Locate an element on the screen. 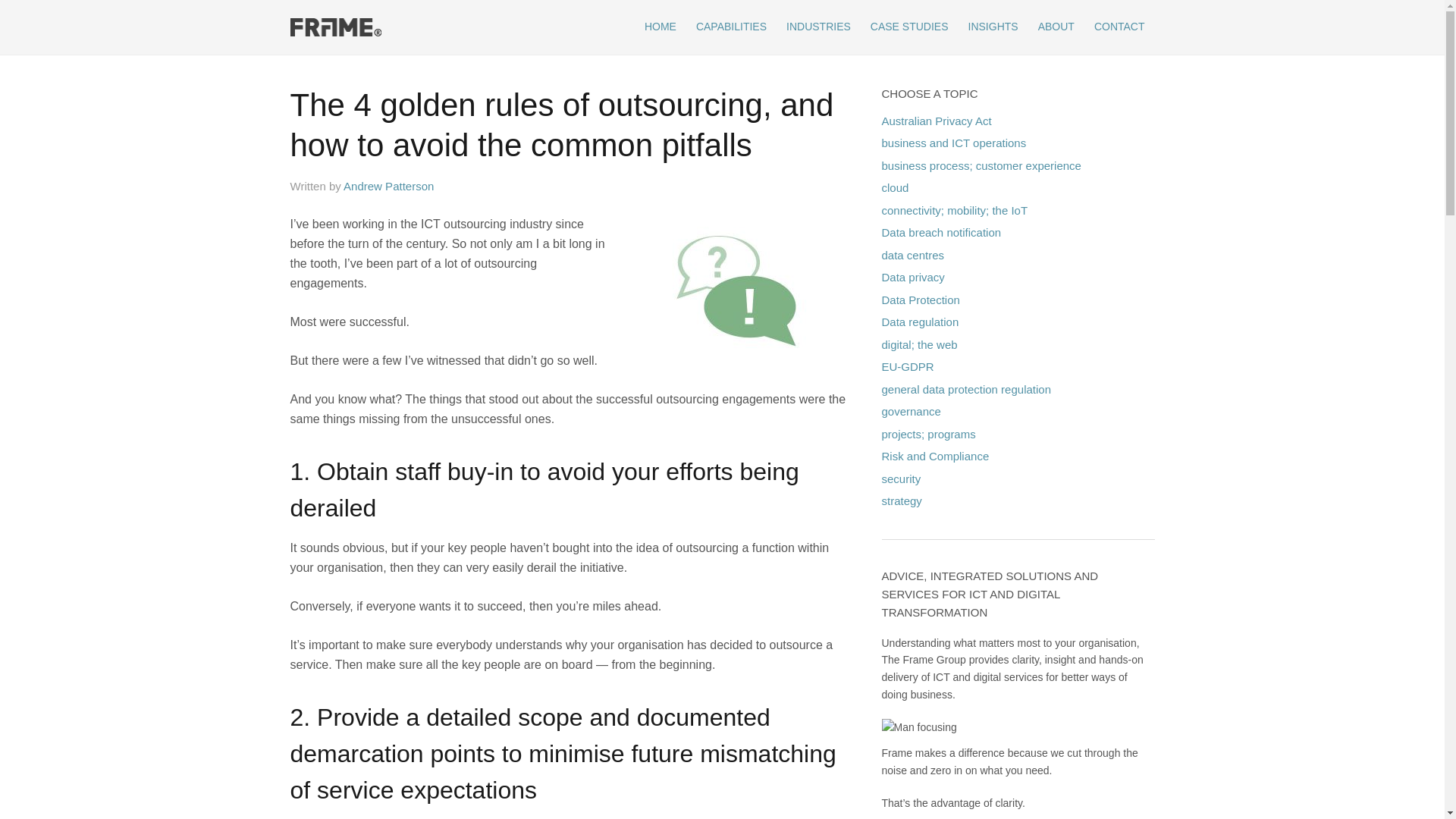 The image size is (1456, 819). 'business and ICT operations' is located at coordinates (952, 143).